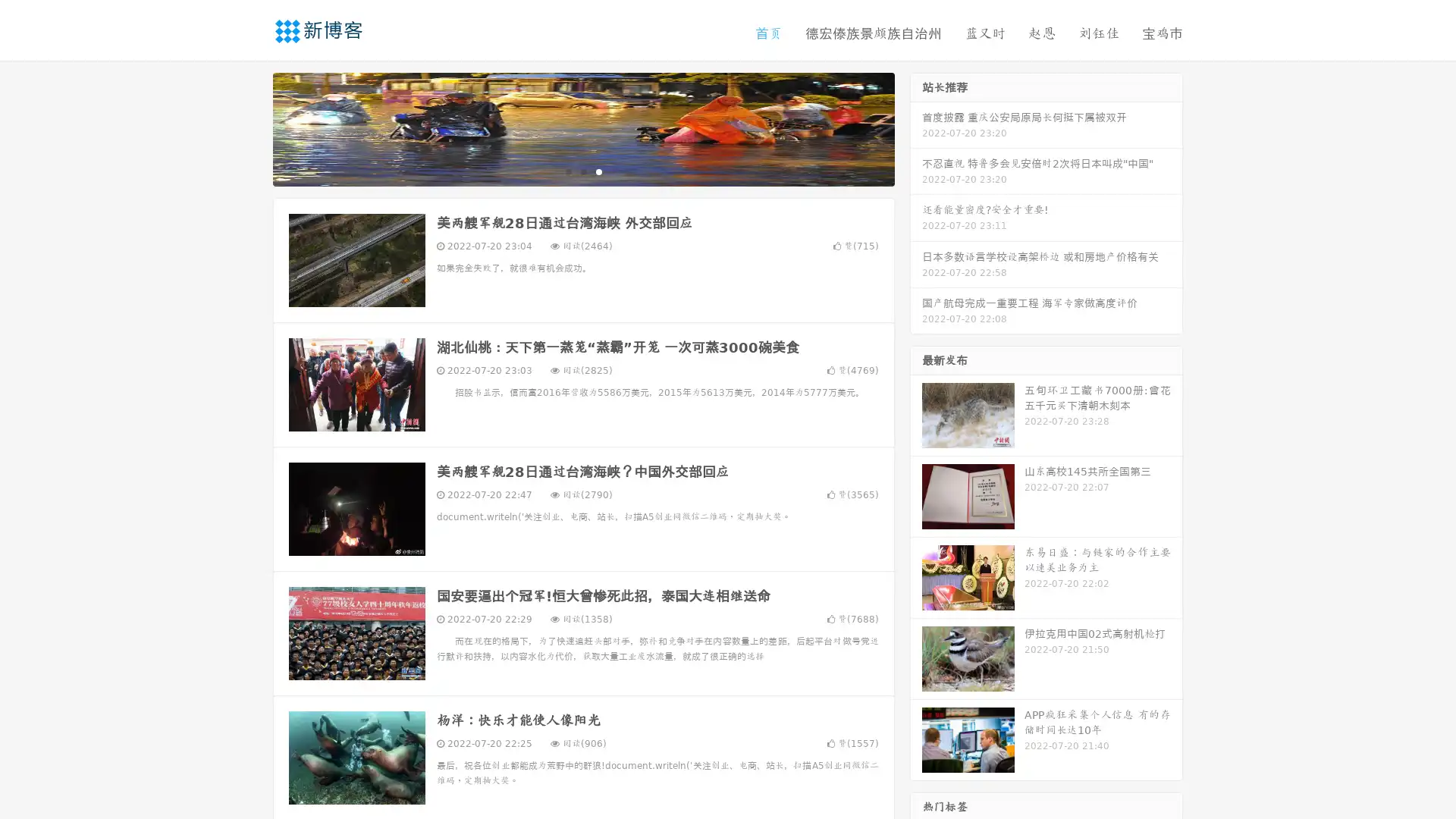 The image size is (1456, 819). I want to click on Next slide, so click(916, 127).